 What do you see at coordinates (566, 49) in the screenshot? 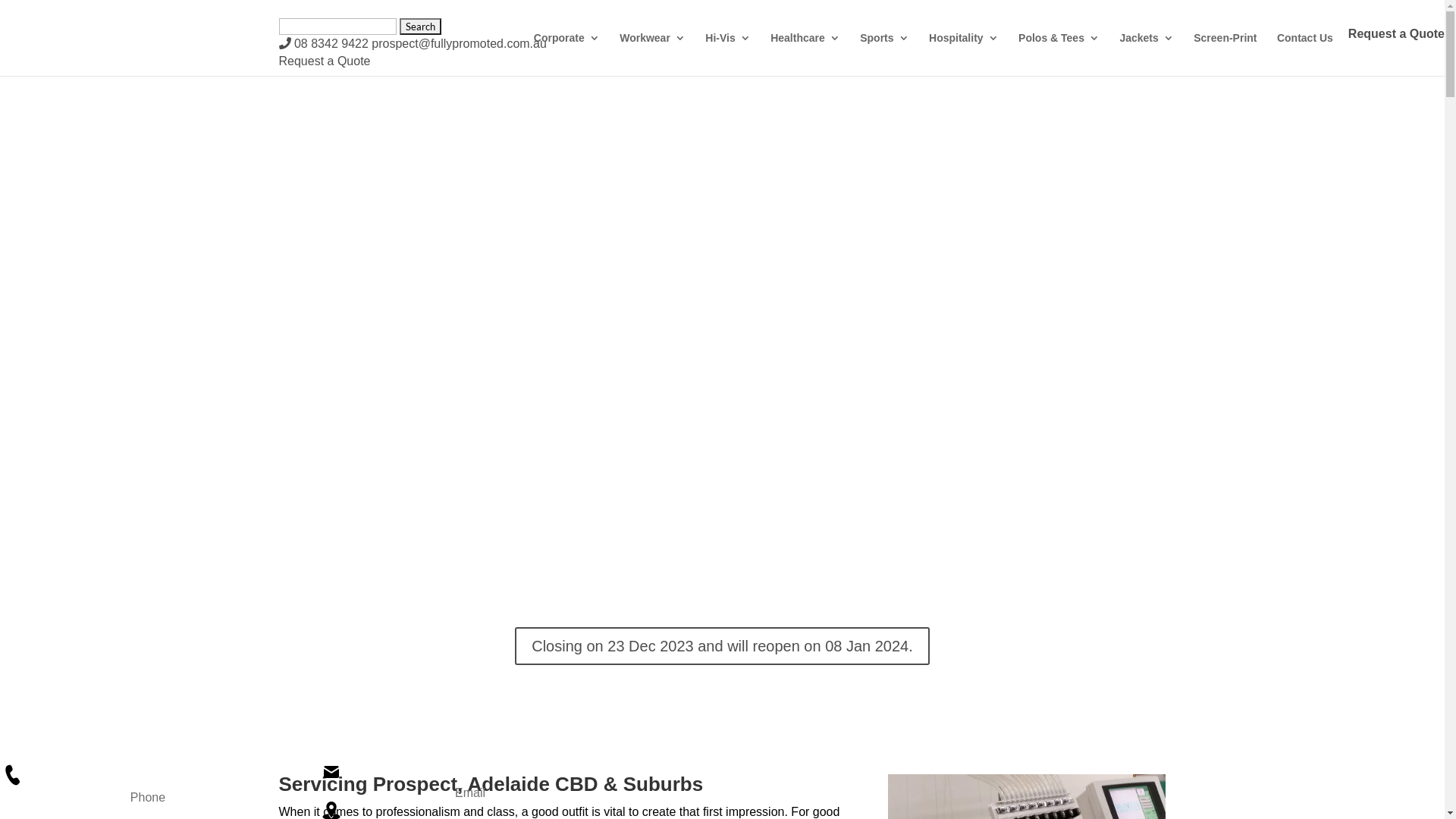
I see `'Corporate'` at bounding box center [566, 49].